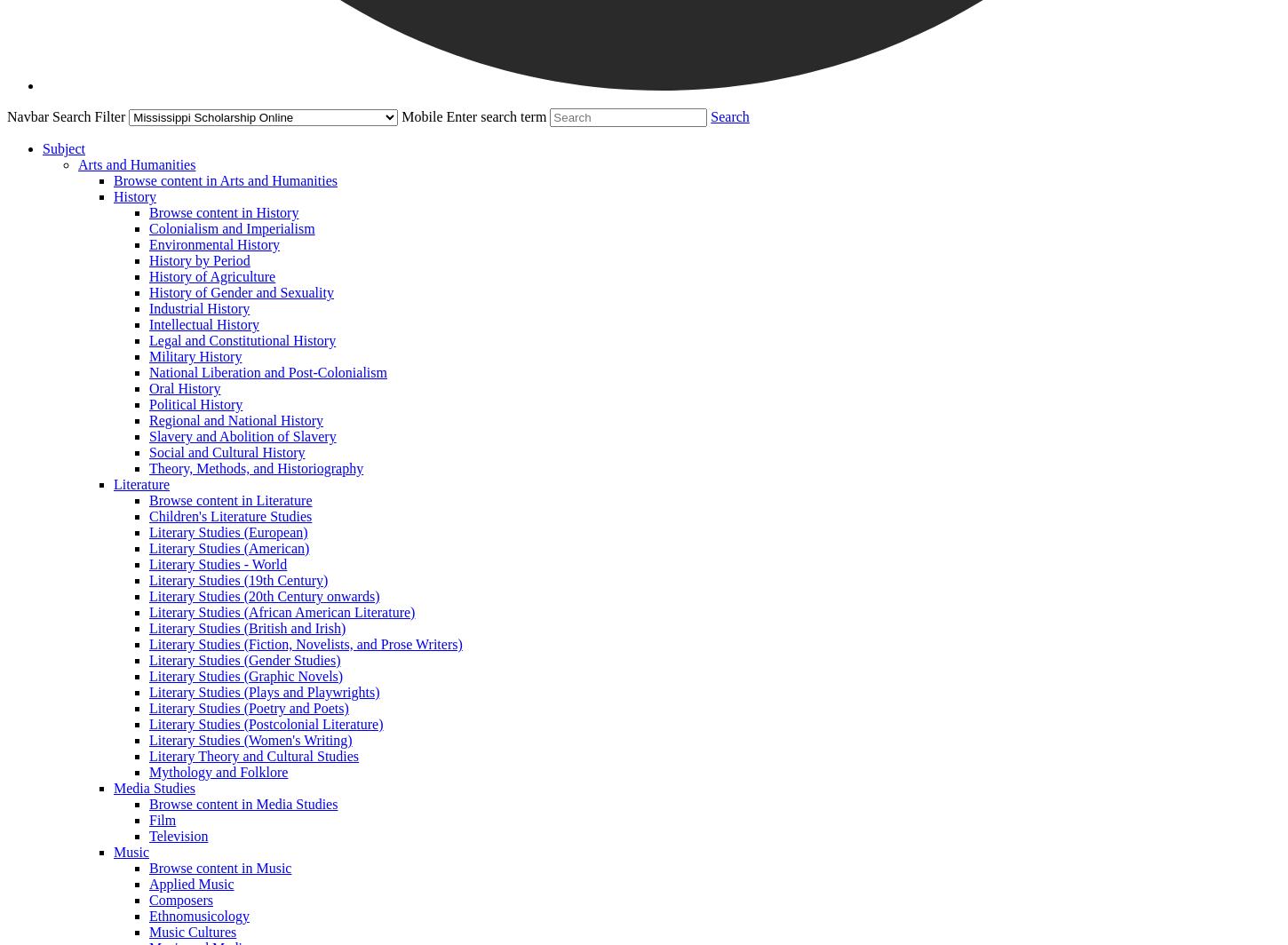 The width and height of the screenshot is (1288, 945). I want to click on 'Literary Studies (Gender Studies)', so click(148, 660).